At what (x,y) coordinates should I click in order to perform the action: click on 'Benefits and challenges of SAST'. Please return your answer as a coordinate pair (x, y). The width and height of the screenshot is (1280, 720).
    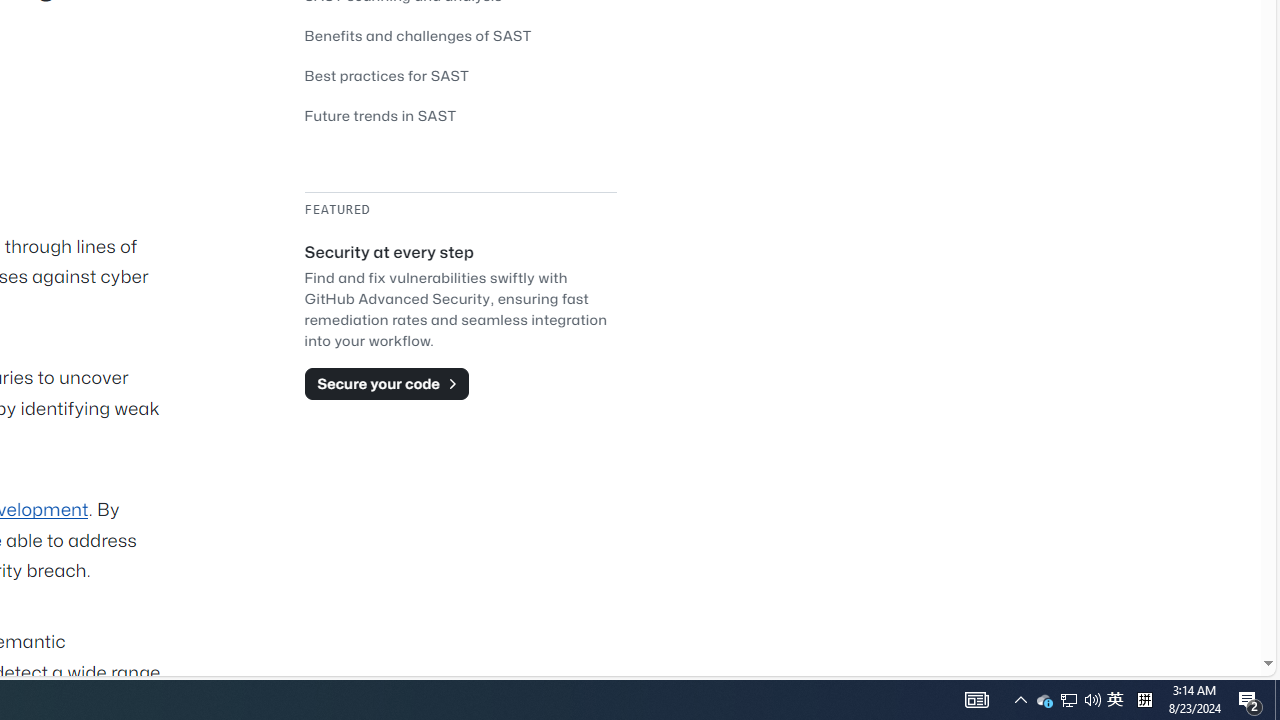
    Looking at the image, I should click on (417, 35).